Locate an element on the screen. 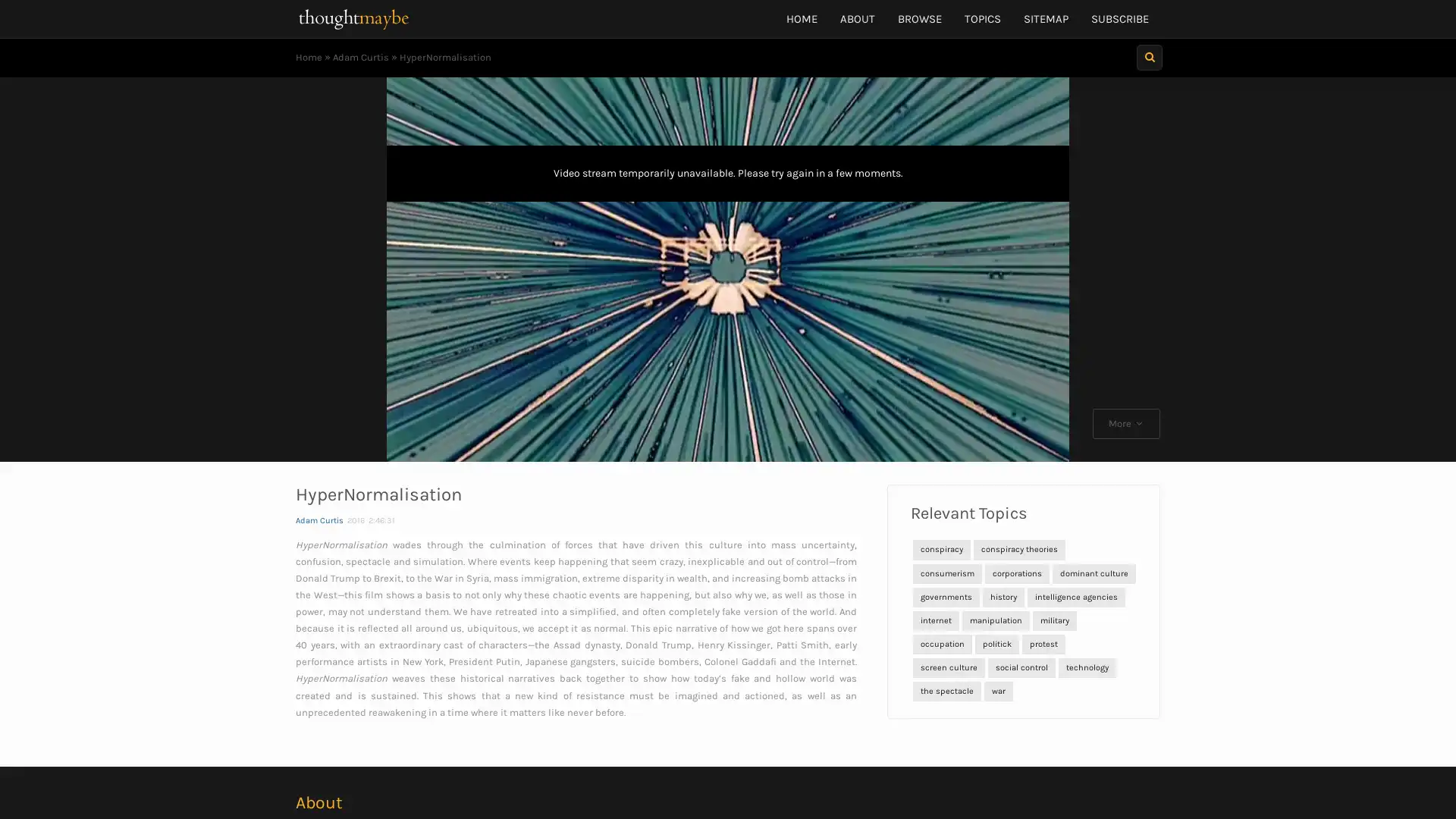 Image resolution: width=1456 pixels, height=819 pixels. Fullscreen is located at coordinates (1048, 446).